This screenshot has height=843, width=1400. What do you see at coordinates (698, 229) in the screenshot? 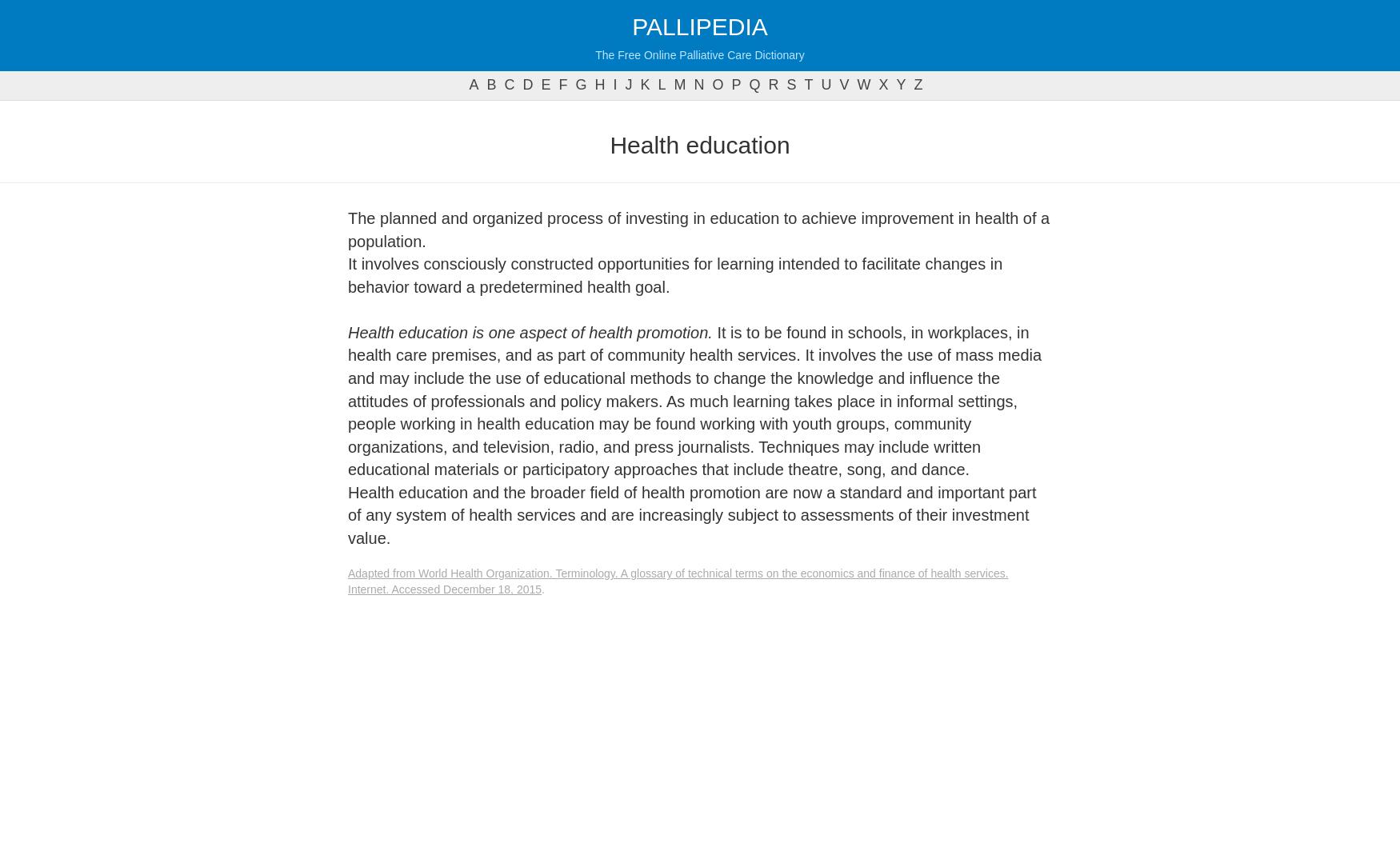
I see `'The planned and organized process of investing in education to achieve improvement in health of a population.'` at bounding box center [698, 229].